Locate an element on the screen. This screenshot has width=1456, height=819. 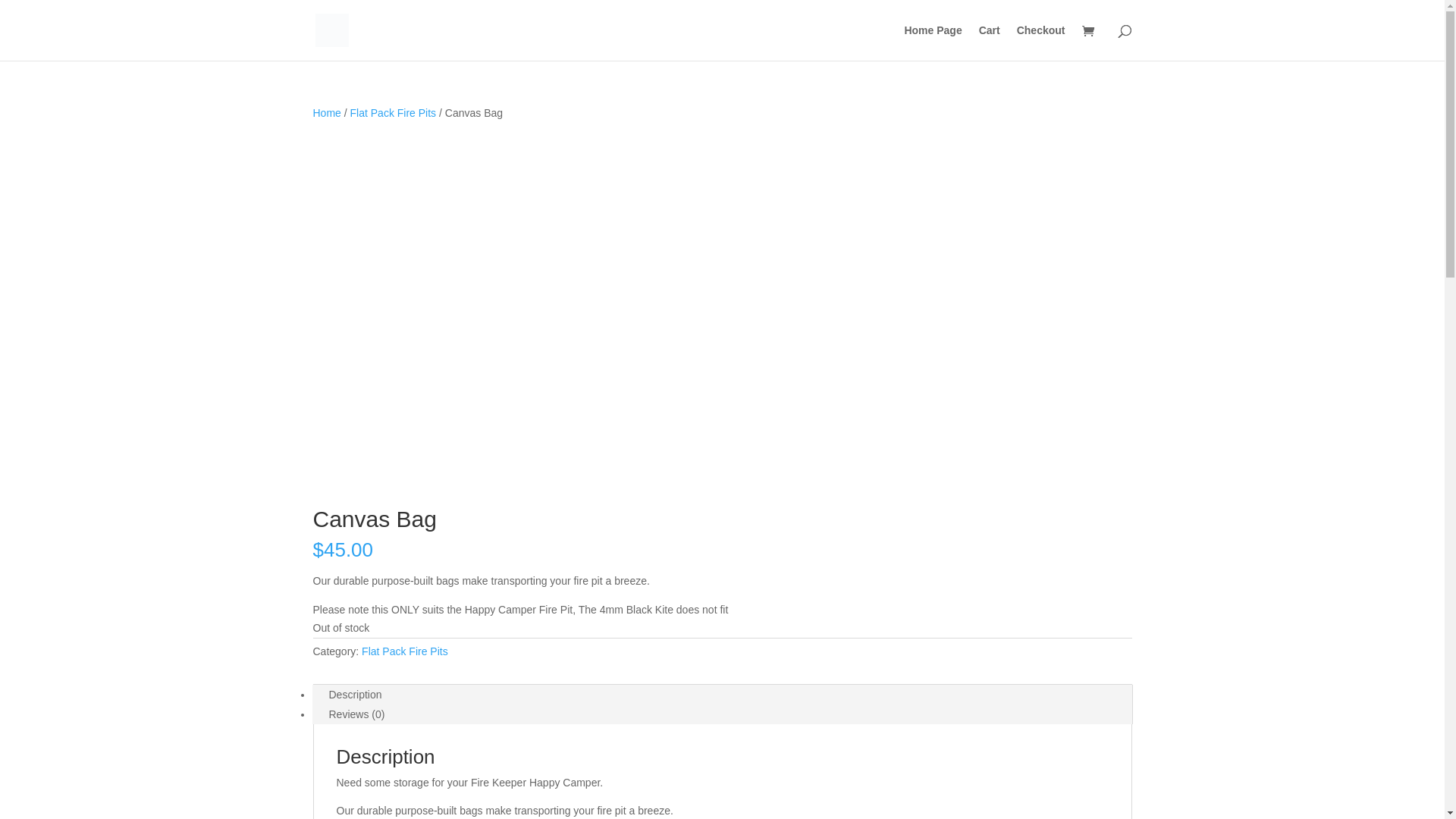
'Checkout' is located at coordinates (1016, 42).